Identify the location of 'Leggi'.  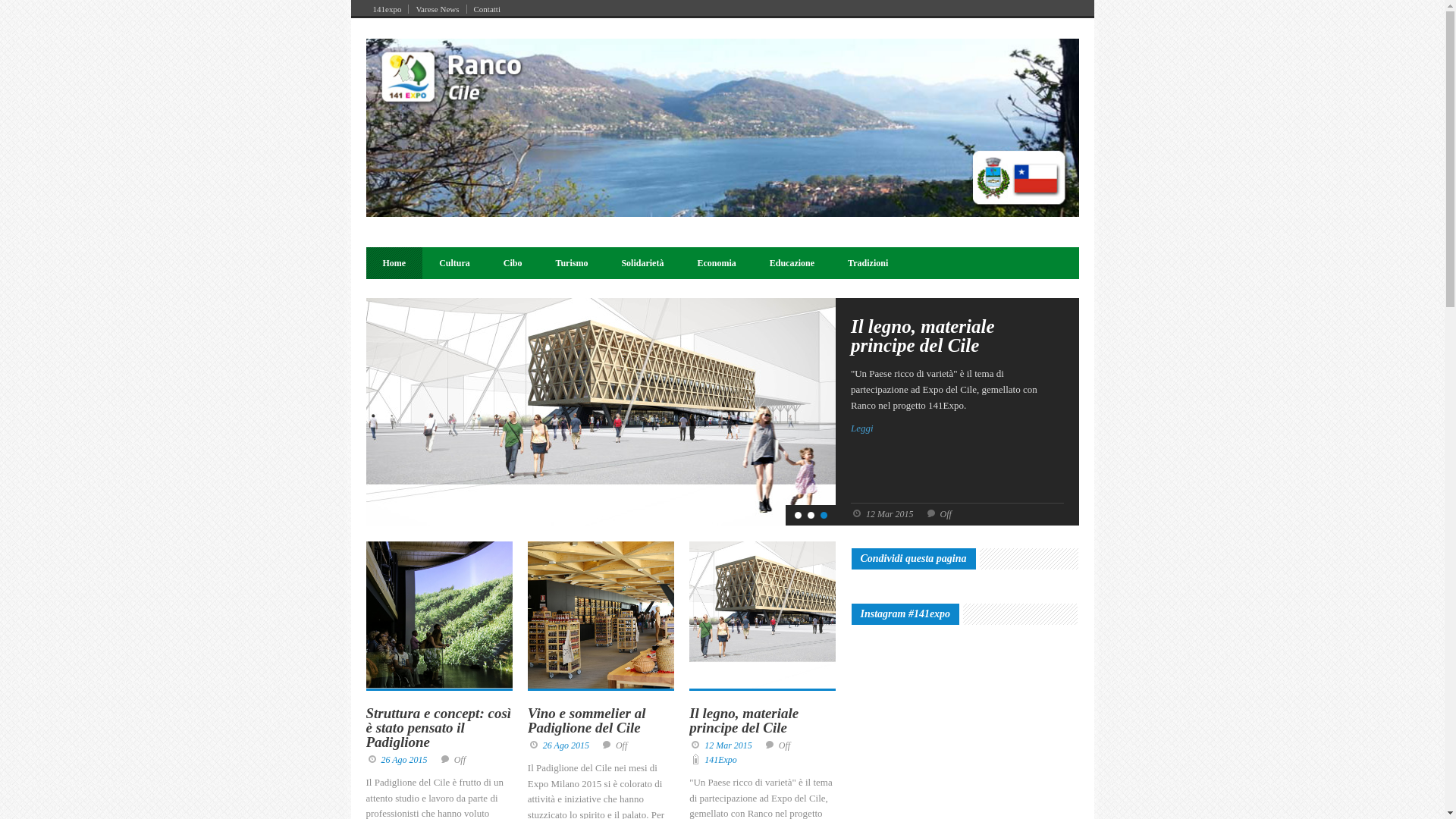
(956, 428).